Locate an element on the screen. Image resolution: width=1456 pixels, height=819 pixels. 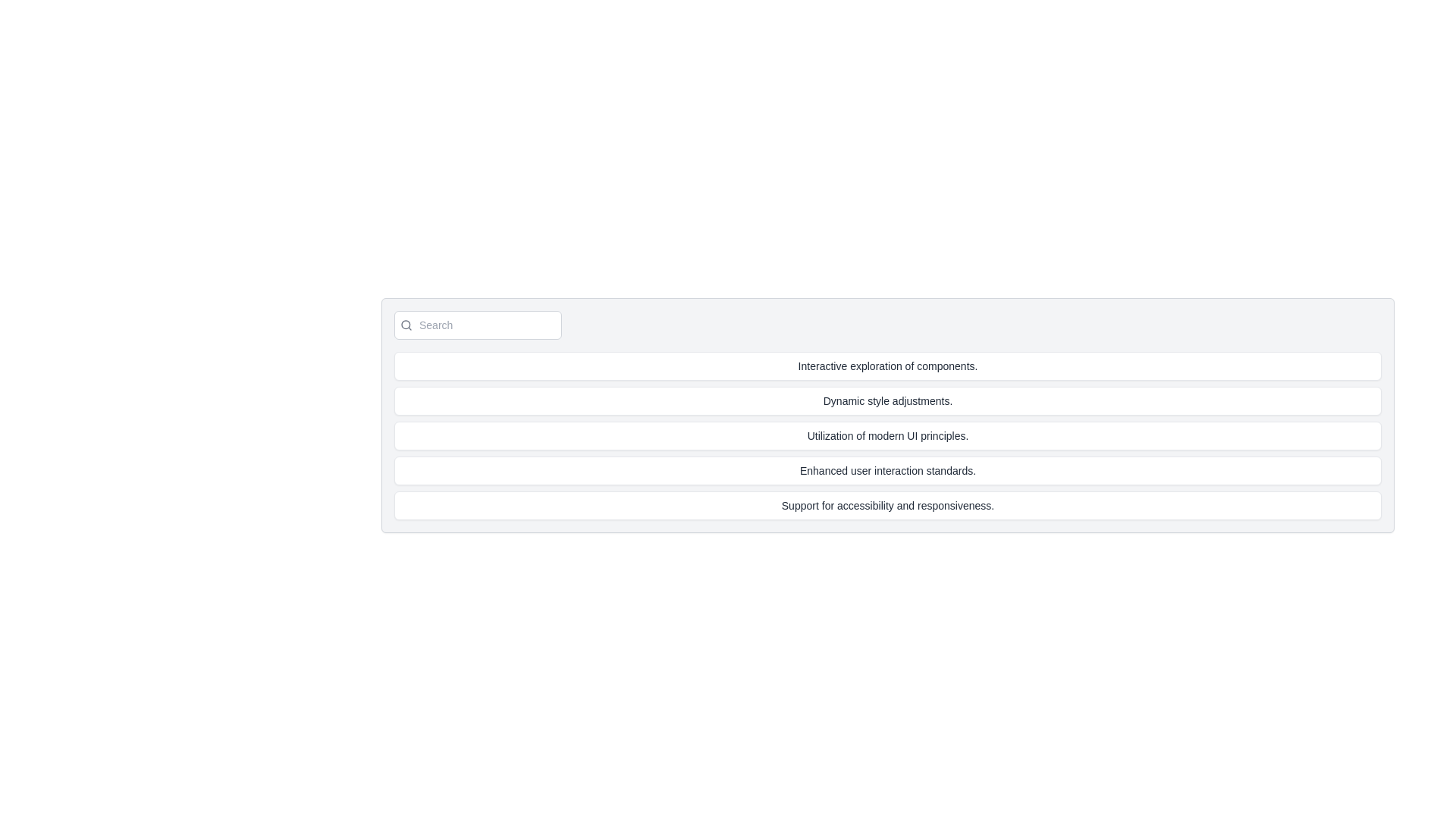
the bold black letter 'S' in the word 'Support' within the sentence 'Support for accessibility and responsiveness.' located in the last row of the list is located at coordinates (785, 506).